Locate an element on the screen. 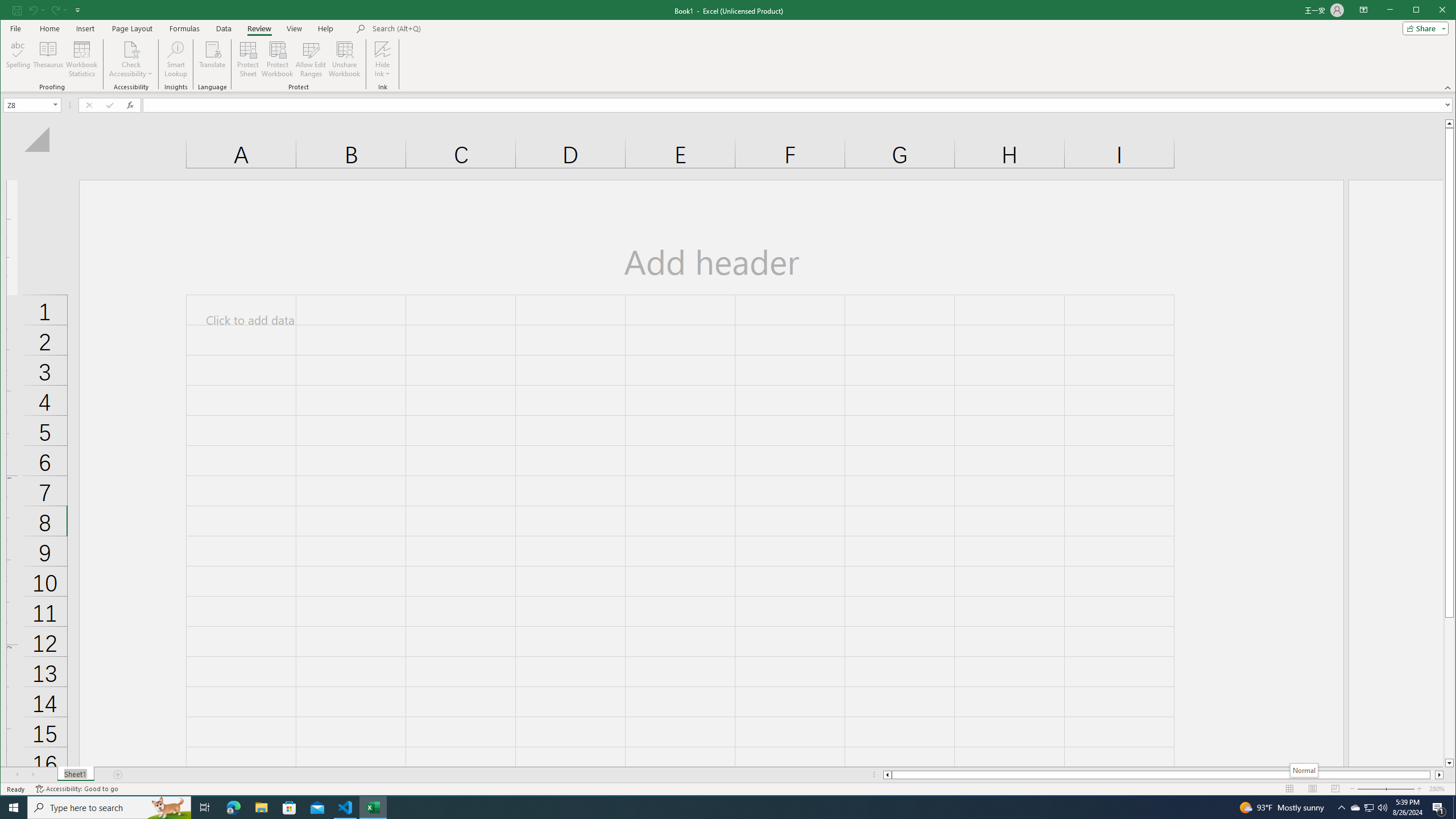  'Column left' is located at coordinates (886, 775).